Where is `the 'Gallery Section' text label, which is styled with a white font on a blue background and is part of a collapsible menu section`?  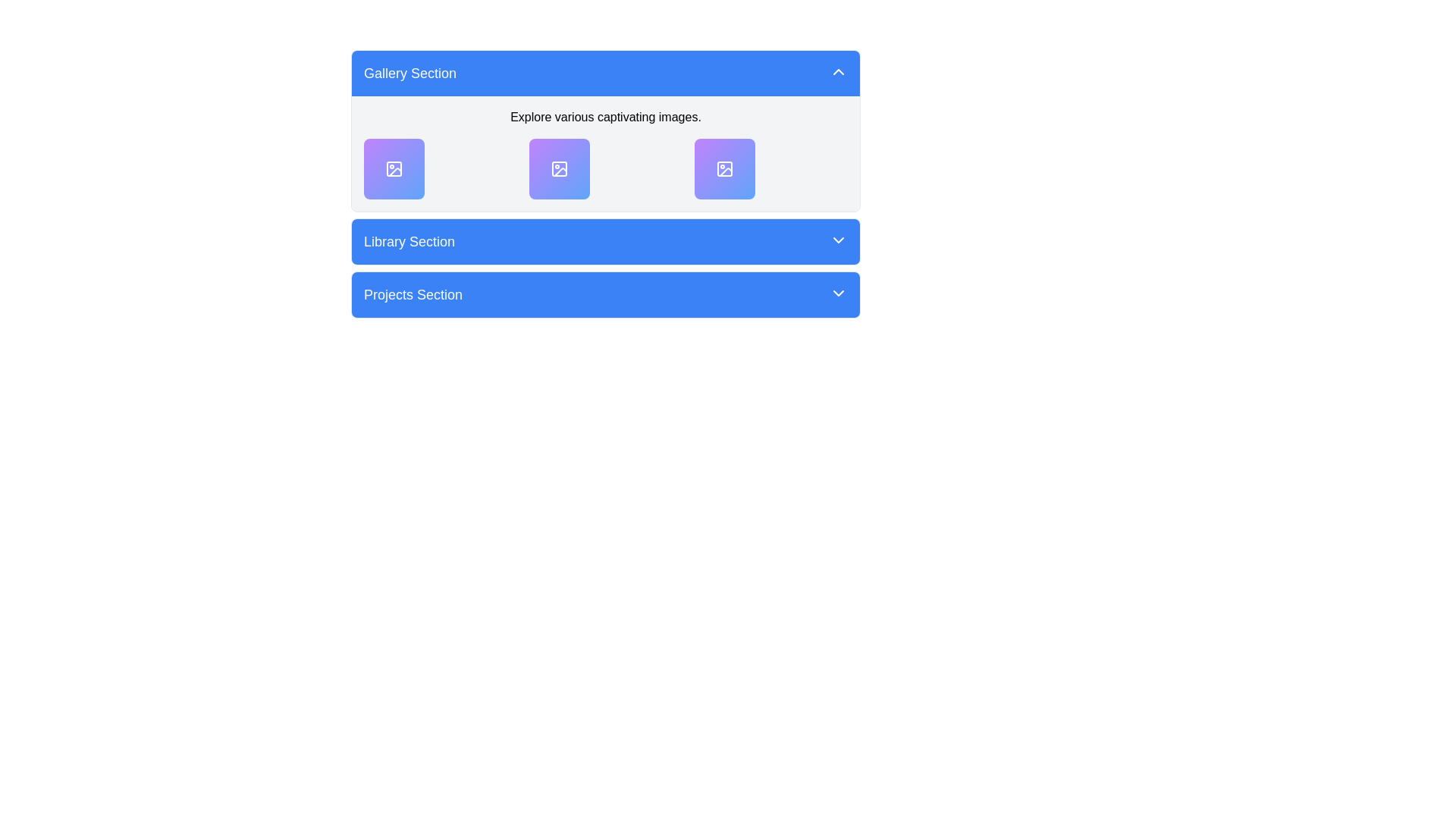 the 'Gallery Section' text label, which is styled with a white font on a blue background and is part of a collapsible menu section is located at coordinates (410, 73).